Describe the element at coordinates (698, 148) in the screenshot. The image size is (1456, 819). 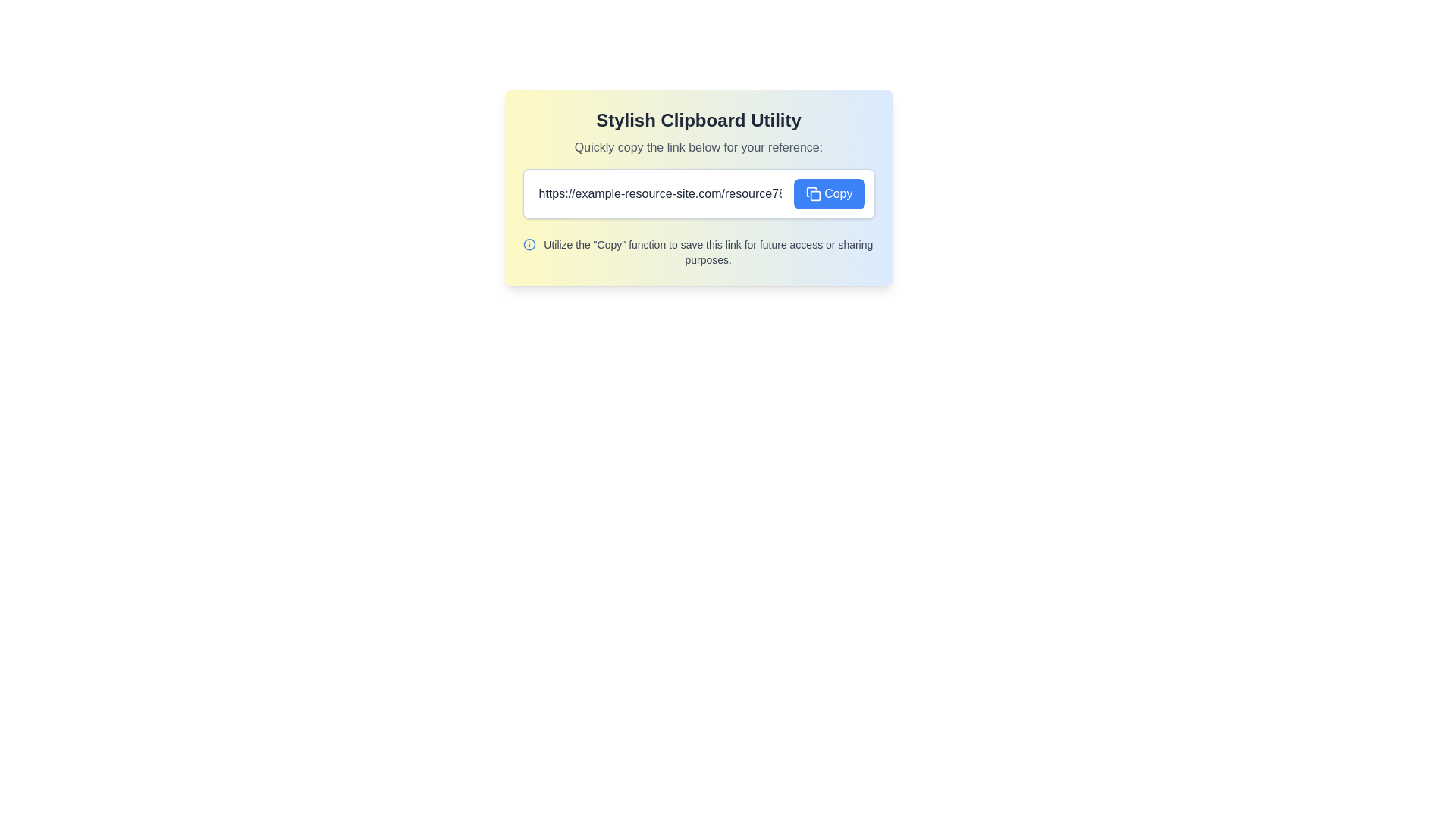
I see `the text label displaying 'Quickly copy the link below for your reference:' which is located below the title 'Stylish Clipboard Utility'` at that location.